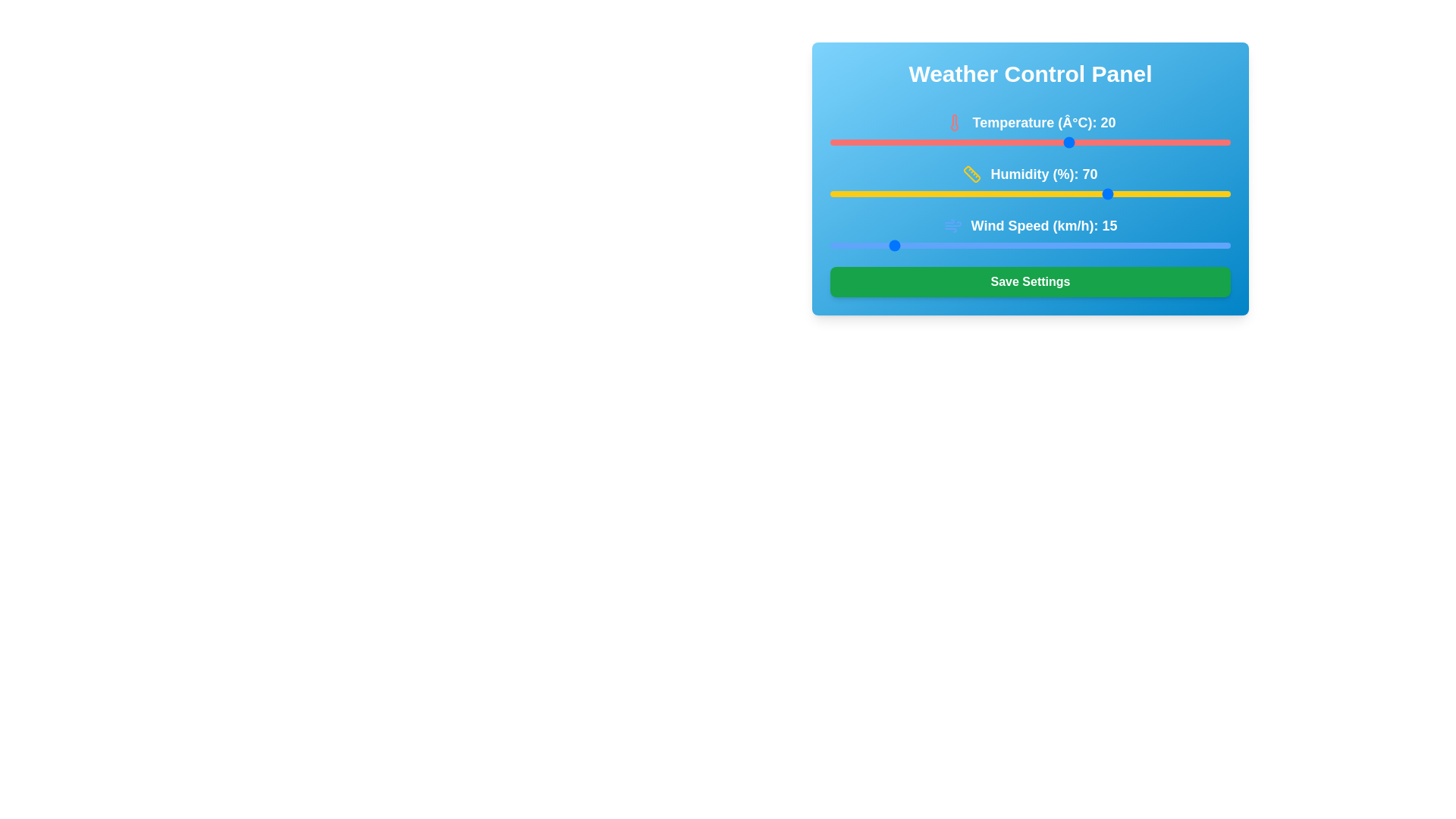 The image size is (1456, 819). I want to click on wind speed, so click(1026, 245).